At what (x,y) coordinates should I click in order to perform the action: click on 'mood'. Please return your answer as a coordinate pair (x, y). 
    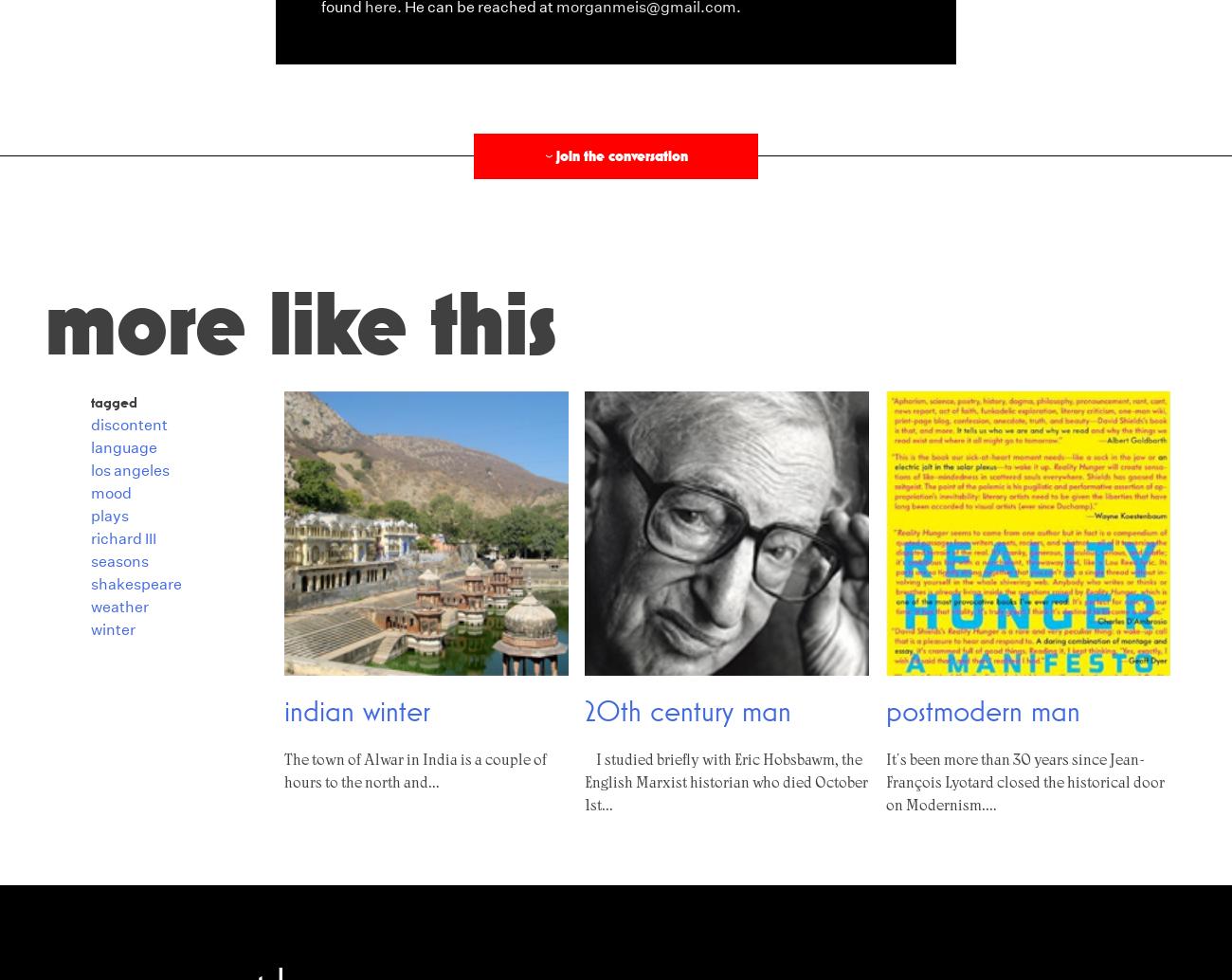
    Looking at the image, I should click on (110, 492).